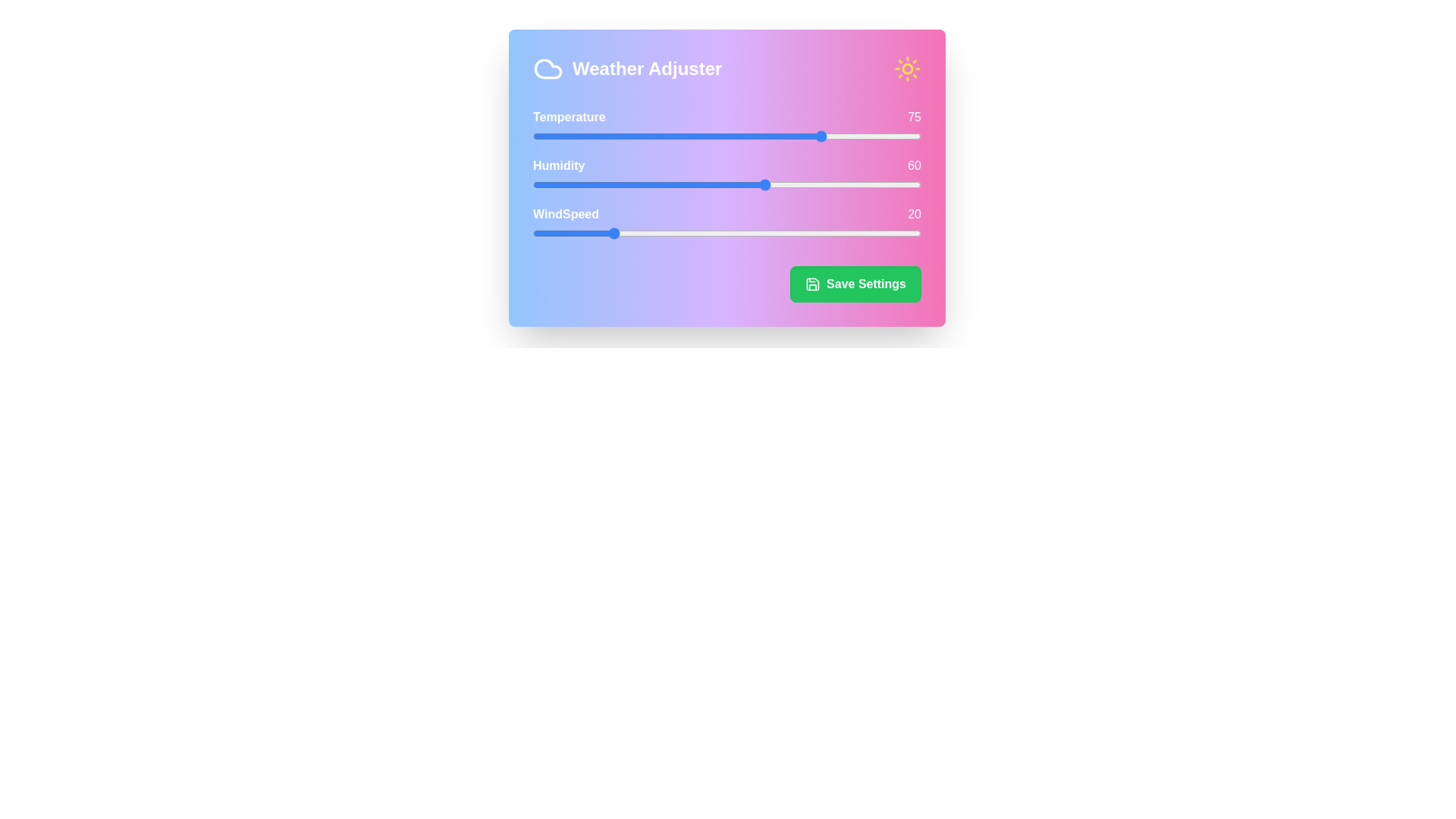  Describe the element at coordinates (579, 234) in the screenshot. I see `the wind speed` at that location.